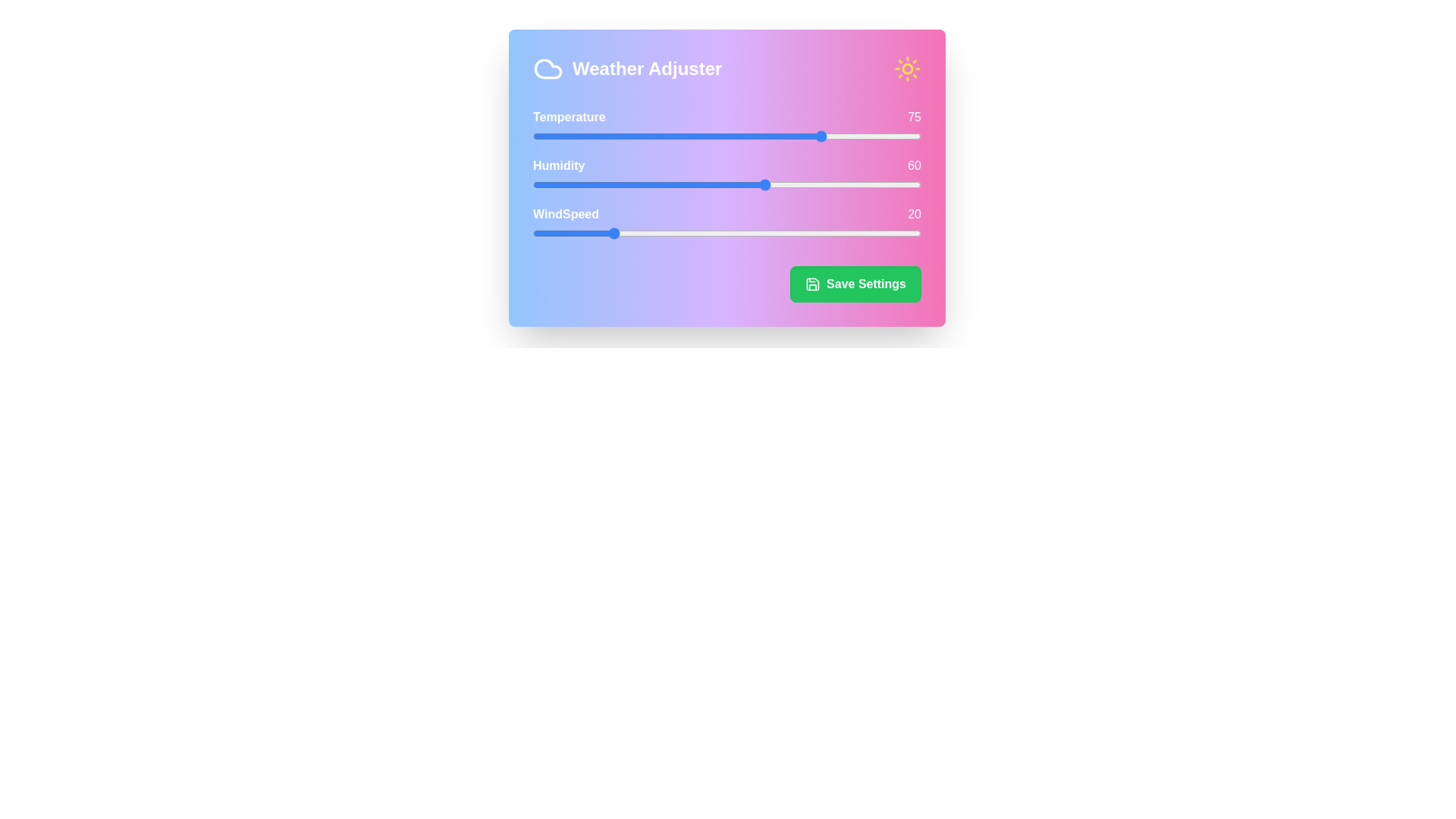  Describe the element at coordinates (579, 234) in the screenshot. I see `the wind speed` at that location.